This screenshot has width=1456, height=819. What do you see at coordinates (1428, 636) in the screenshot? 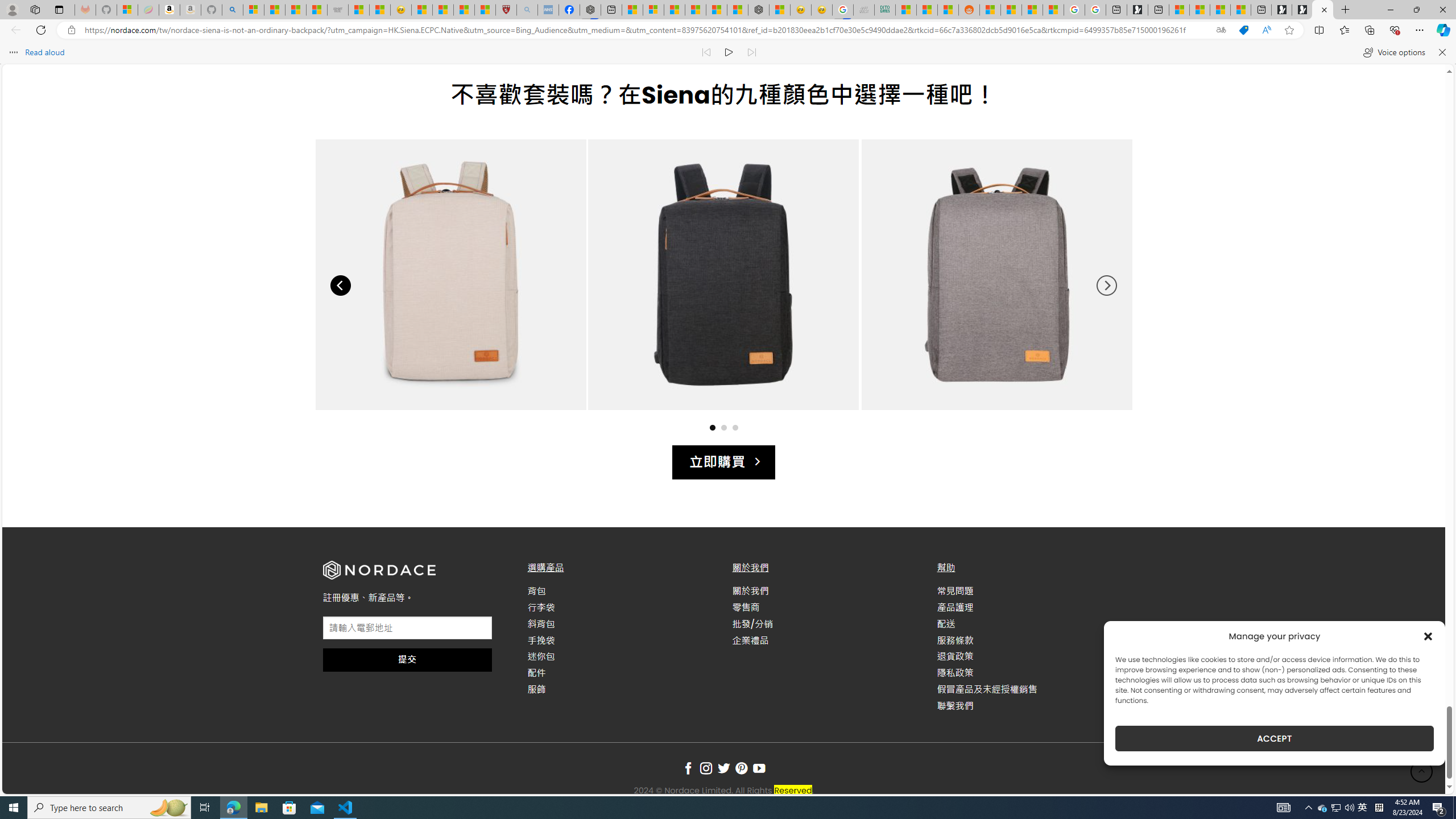
I see `'Class: cmplz-close'` at bounding box center [1428, 636].